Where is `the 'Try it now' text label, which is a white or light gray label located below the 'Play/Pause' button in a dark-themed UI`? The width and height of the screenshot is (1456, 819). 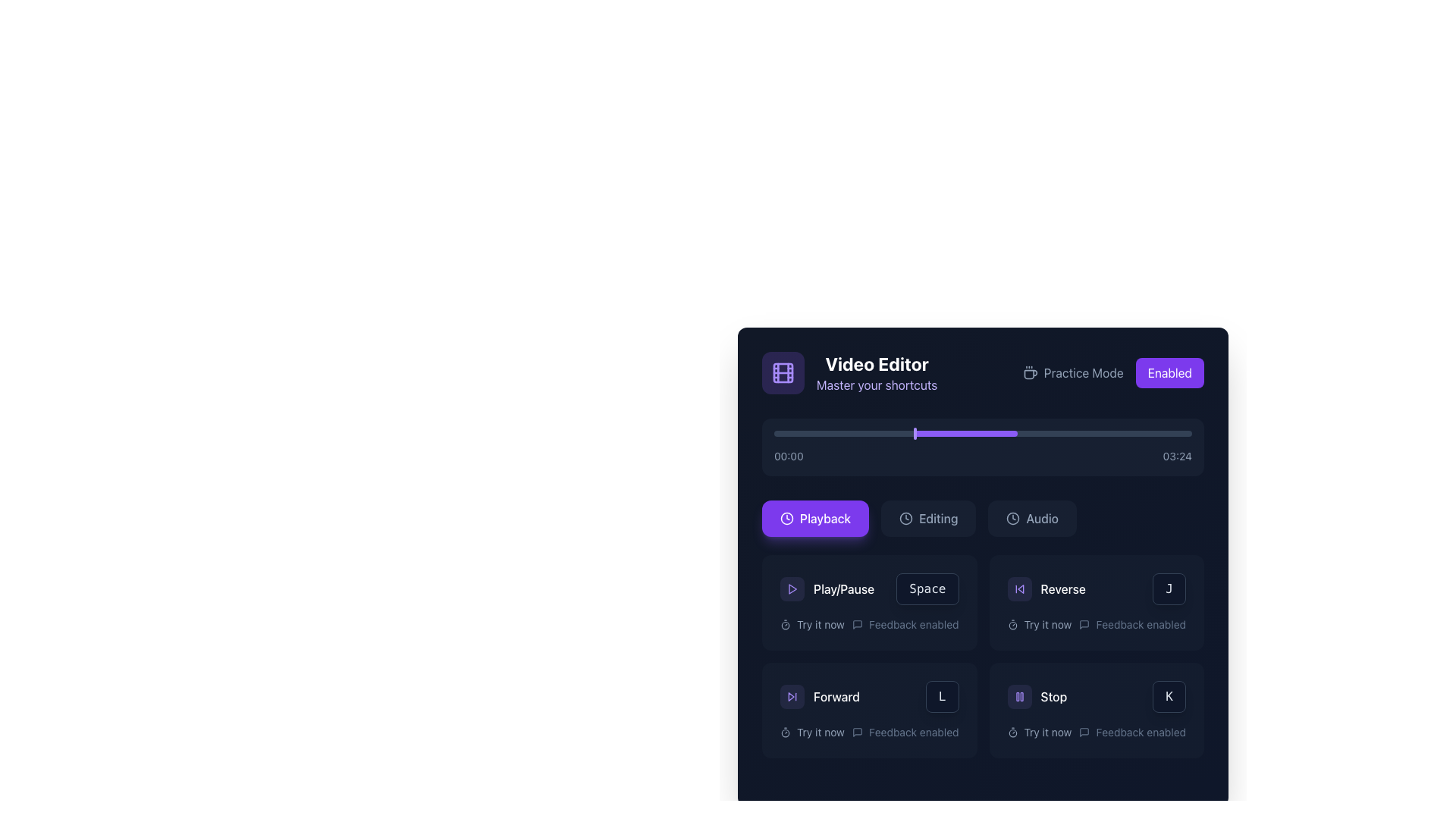 the 'Try it now' text label, which is a white or light gray label located below the 'Play/Pause' button in a dark-themed UI is located at coordinates (820, 625).